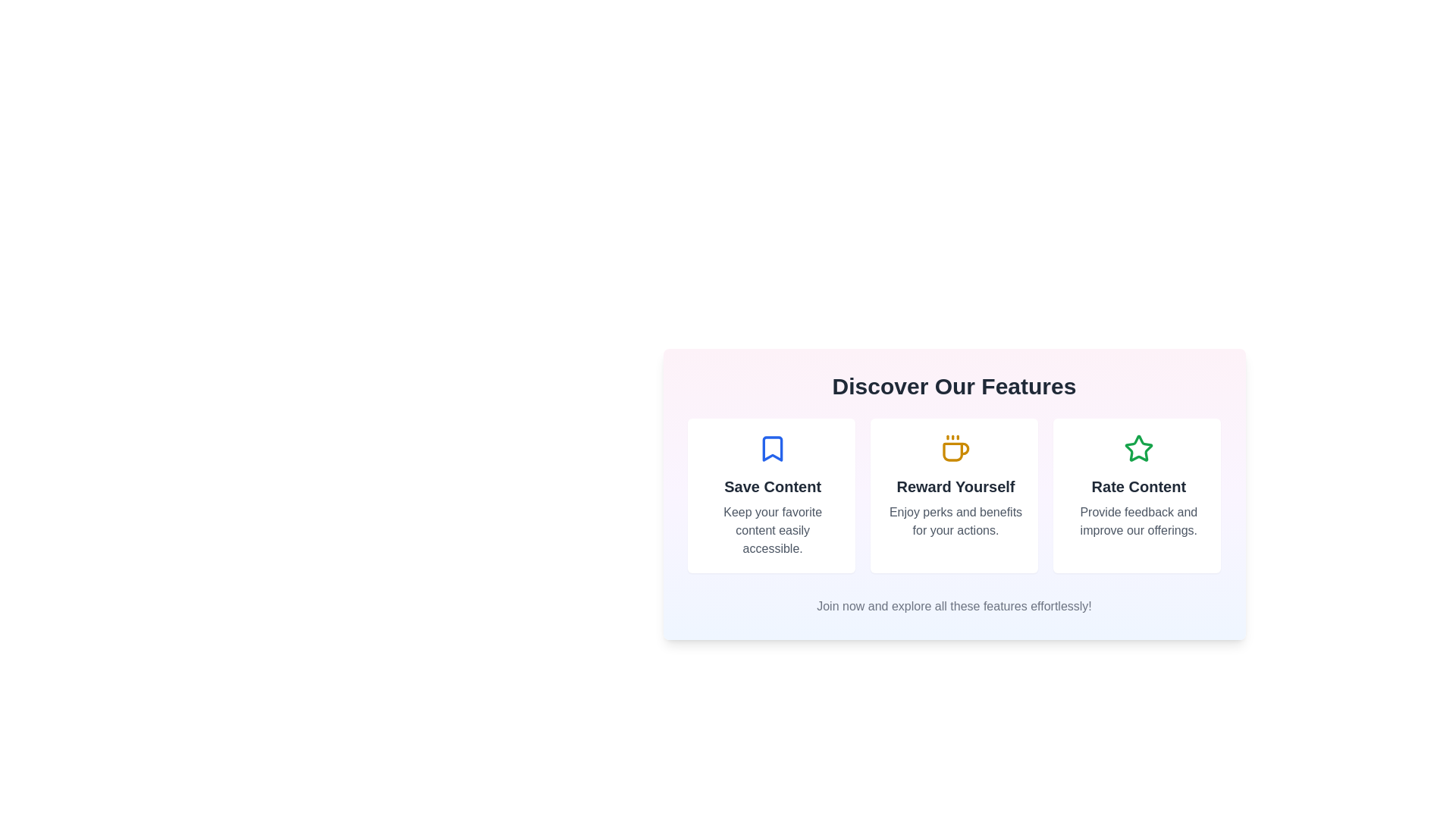 The width and height of the screenshot is (1456, 819). What do you see at coordinates (955, 486) in the screenshot?
I see `the 'Reward Yourself' text label, which is a bold, large heading in dark color, positioned in the middle column of a three-column layout, with a coffee mug icon above it` at bounding box center [955, 486].